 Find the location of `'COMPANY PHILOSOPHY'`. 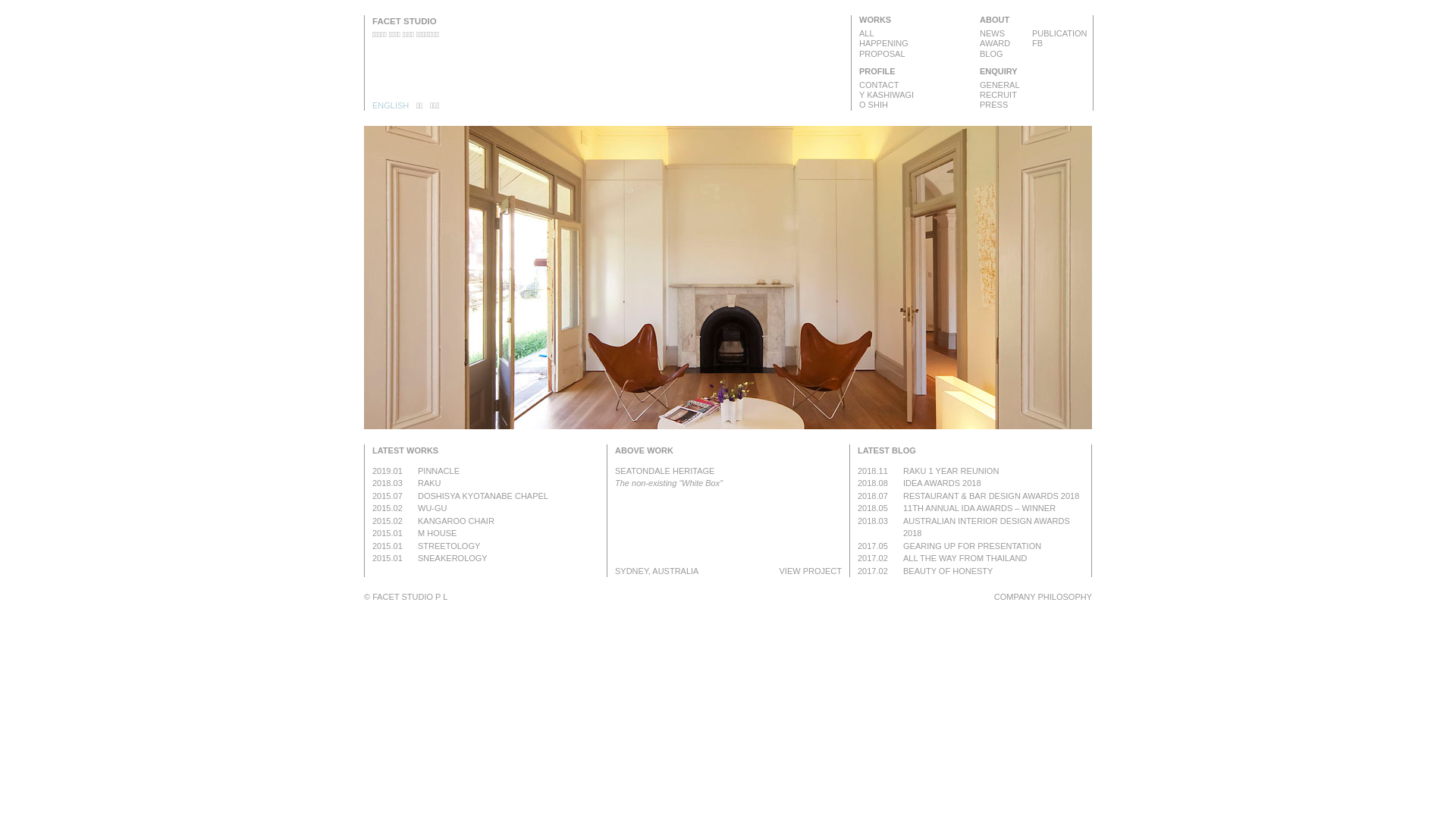

'COMPANY PHILOSOPHY' is located at coordinates (1042, 595).